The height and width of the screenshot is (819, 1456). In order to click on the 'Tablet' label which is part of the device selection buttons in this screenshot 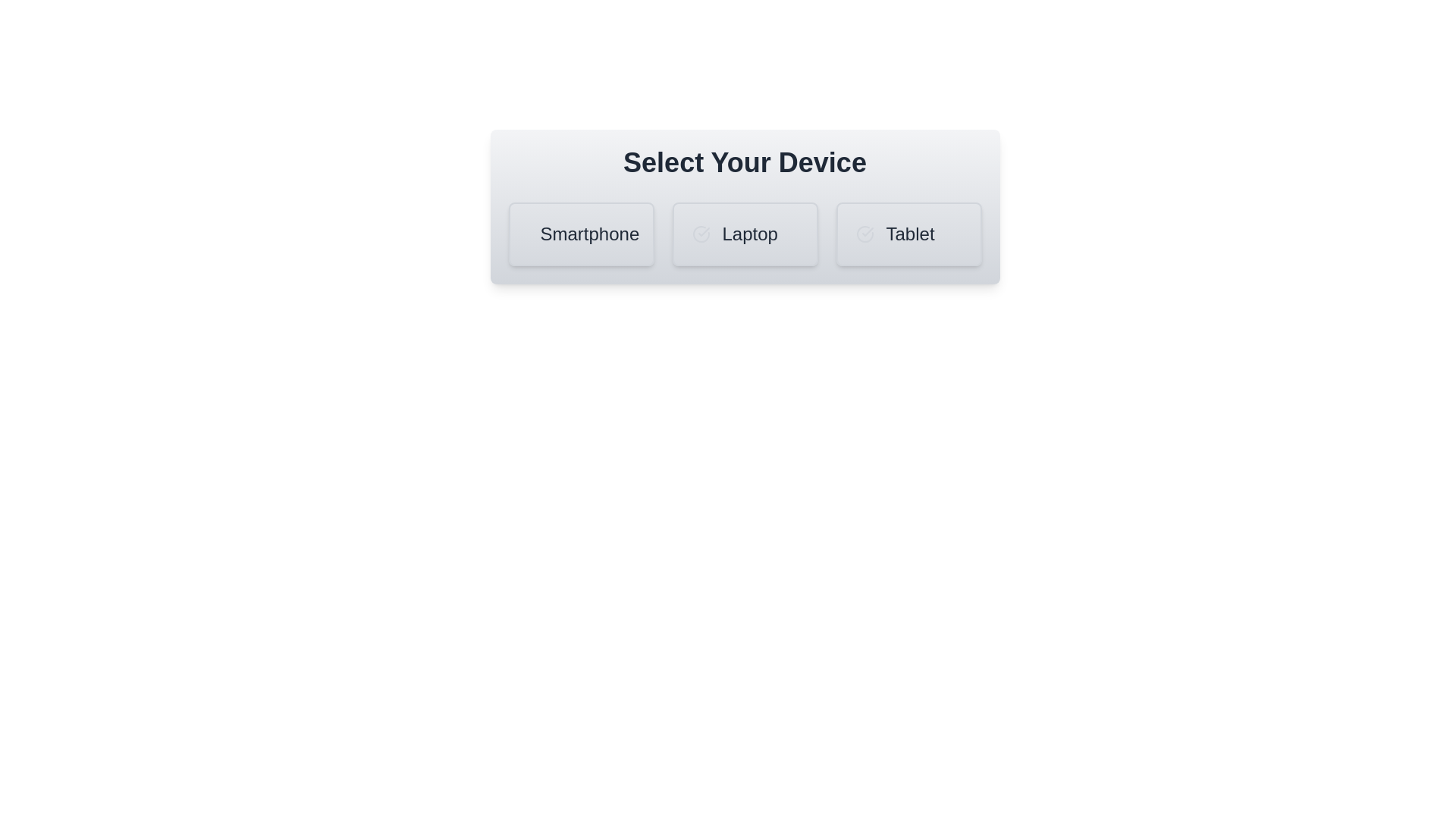, I will do `click(908, 234)`.